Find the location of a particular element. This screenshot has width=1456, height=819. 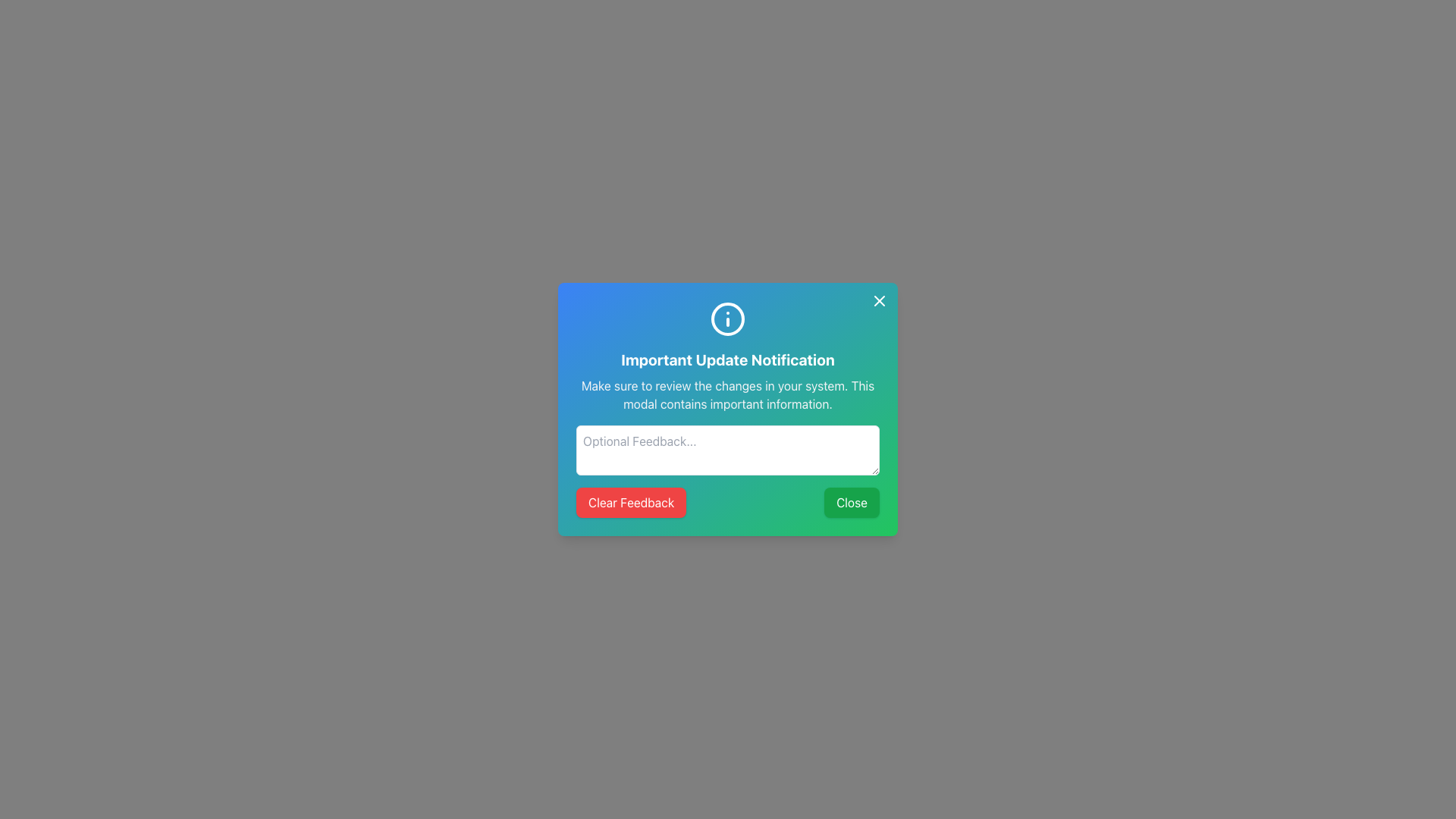

the close button located in the top-right corner of the modal window for interaction feedback is located at coordinates (880, 301).